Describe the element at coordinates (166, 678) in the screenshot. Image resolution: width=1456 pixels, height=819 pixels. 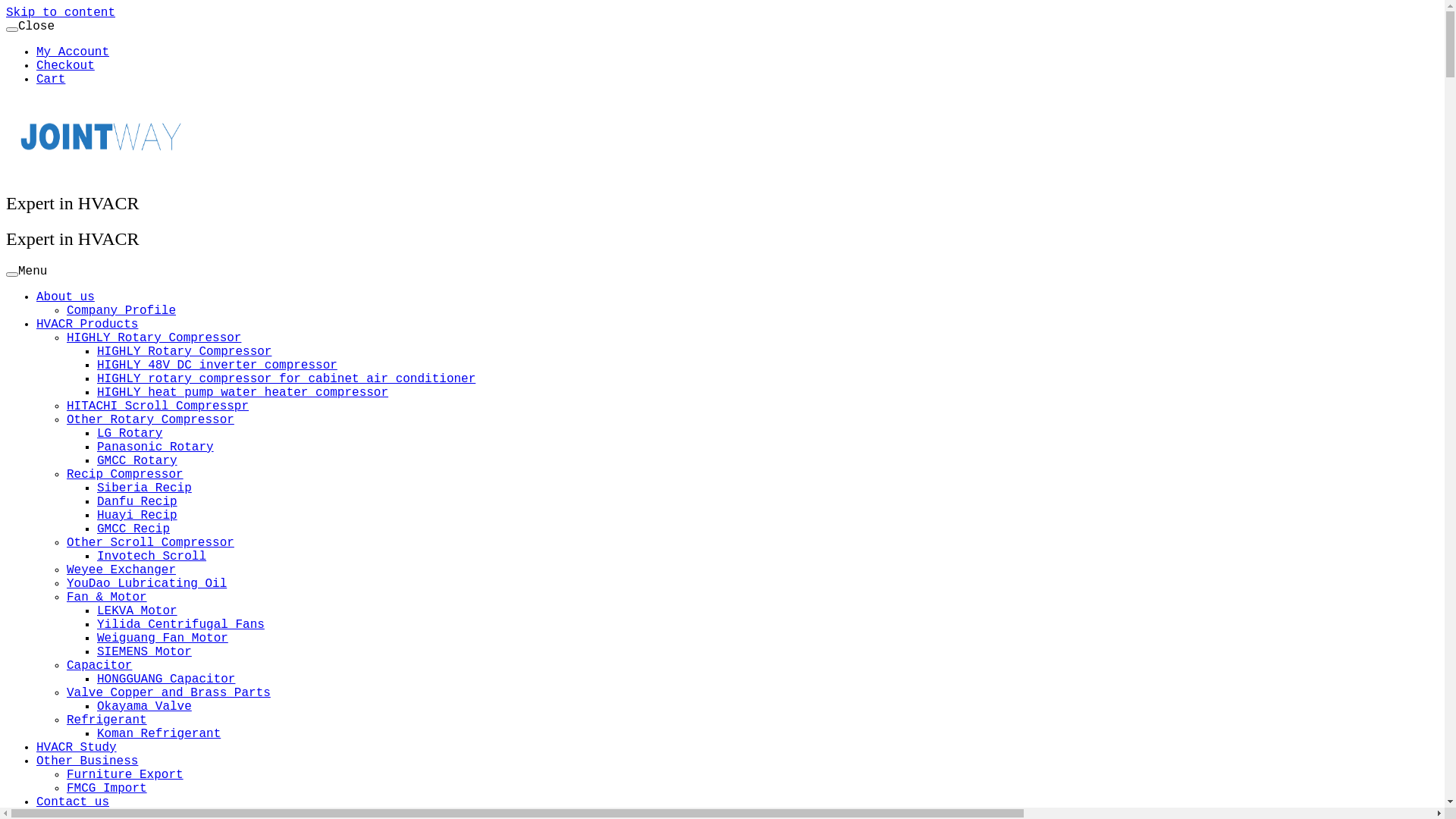
I see `'HONGGUANG Capacitor'` at that location.